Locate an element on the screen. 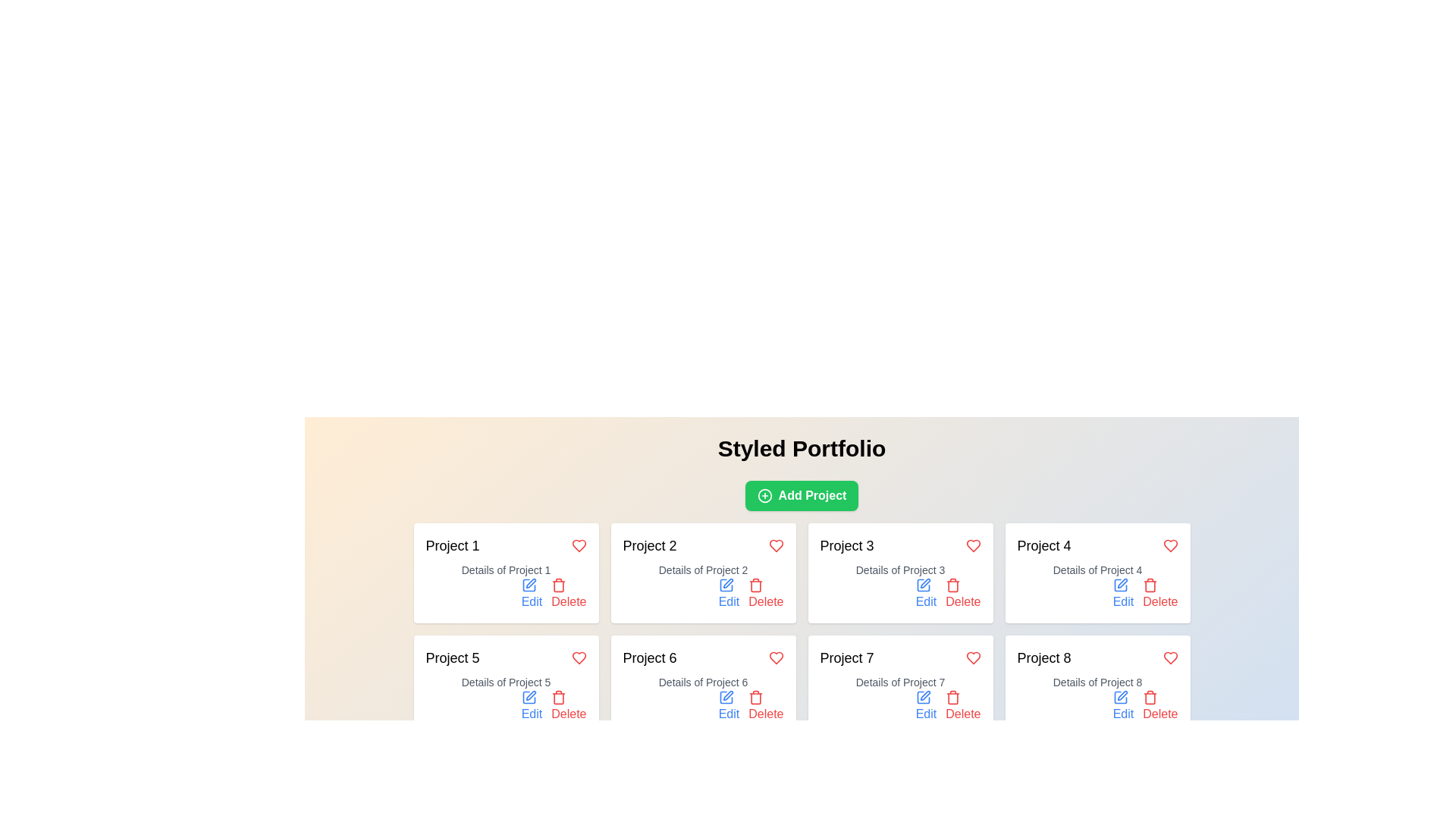  the heart icon on the project card located in the bottom row, second from the left is located at coordinates (702, 685).